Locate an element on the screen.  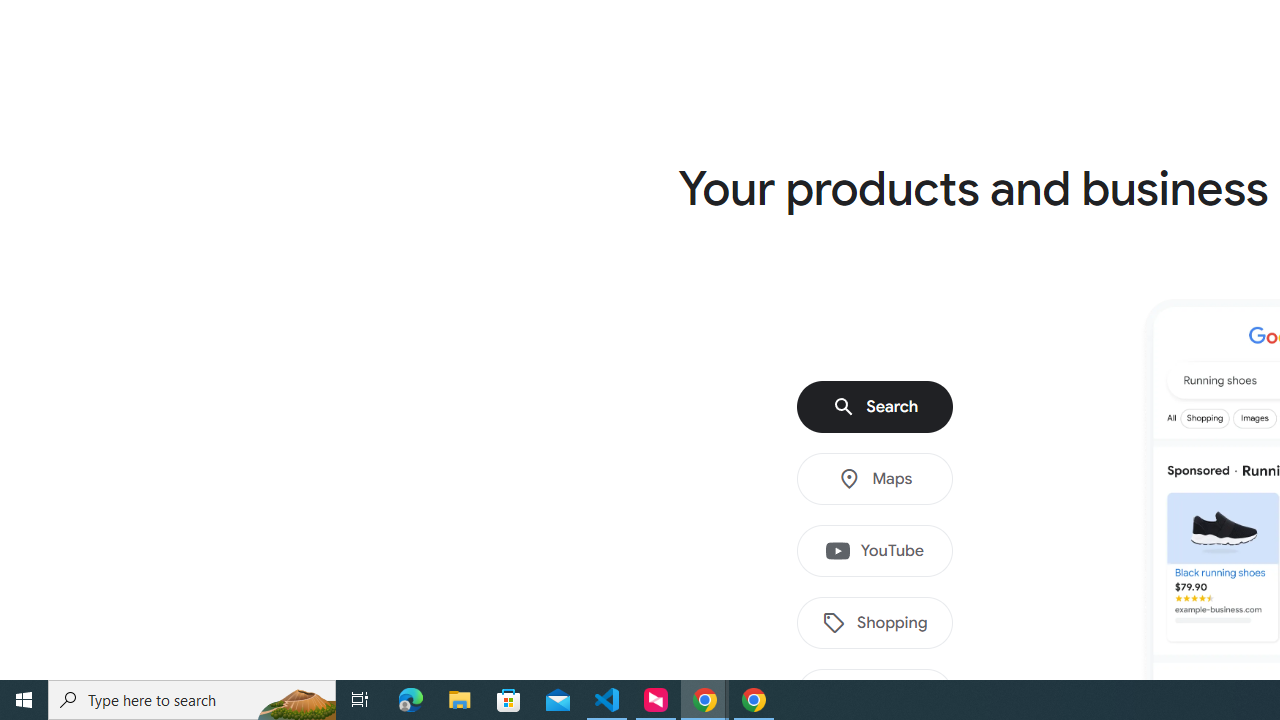
'Maps' is located at coordinates (875, 479).